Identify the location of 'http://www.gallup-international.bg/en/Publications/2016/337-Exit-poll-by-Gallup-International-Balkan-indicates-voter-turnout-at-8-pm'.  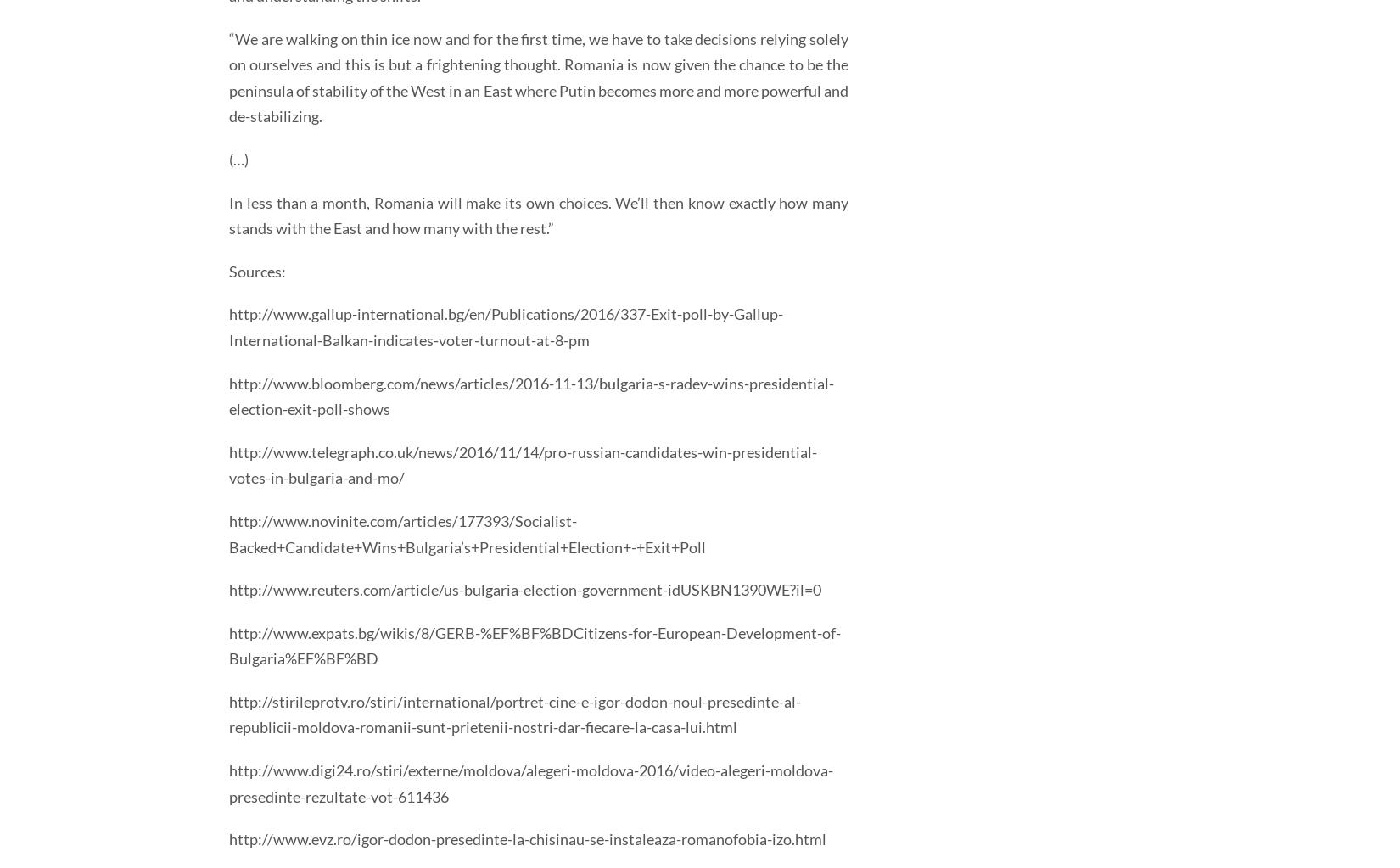
(505, 325).